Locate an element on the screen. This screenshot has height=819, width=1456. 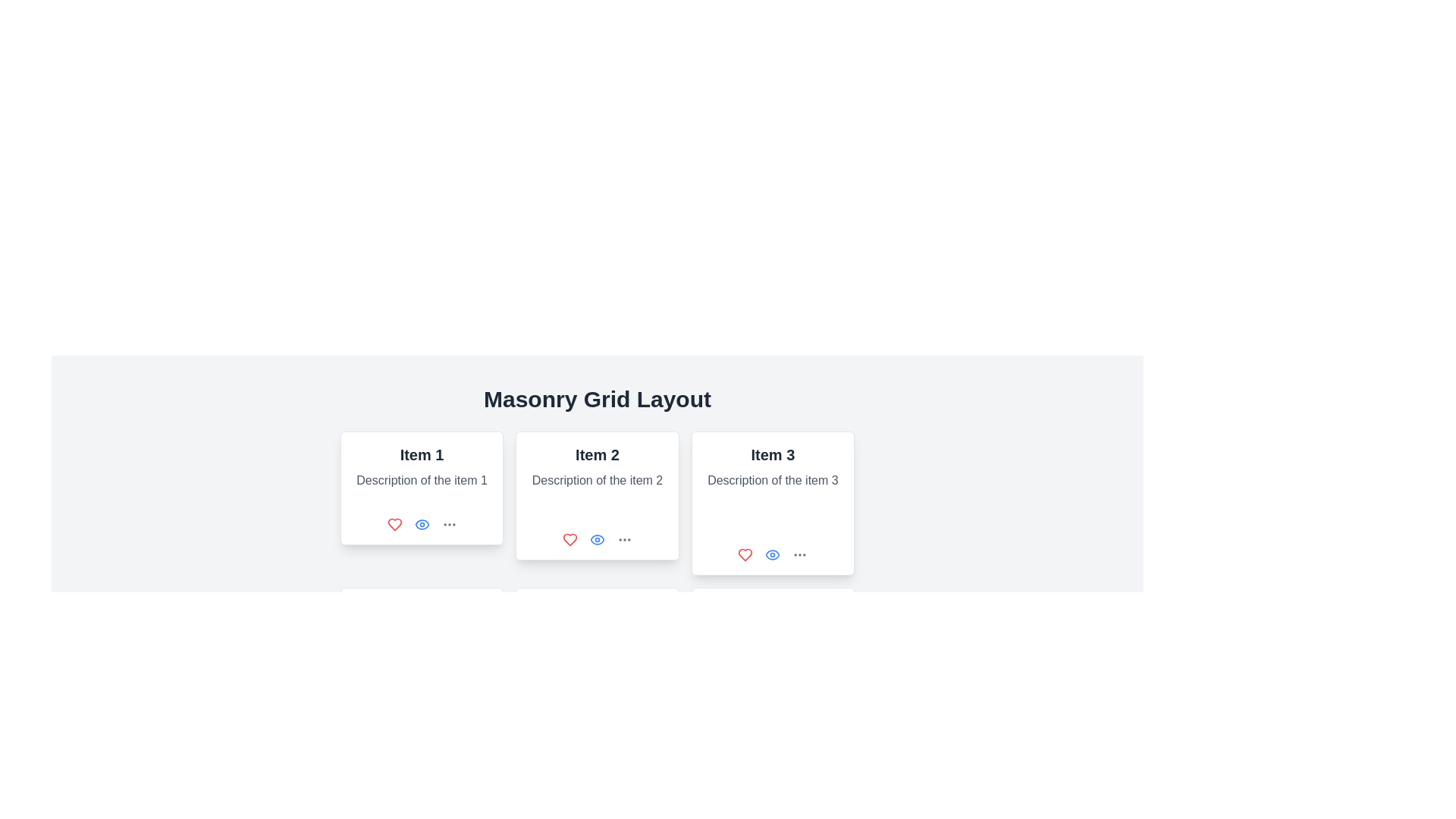
the third icon from the left, represented by three horizontal dots, to change its color is located at coordinates (799, 555).